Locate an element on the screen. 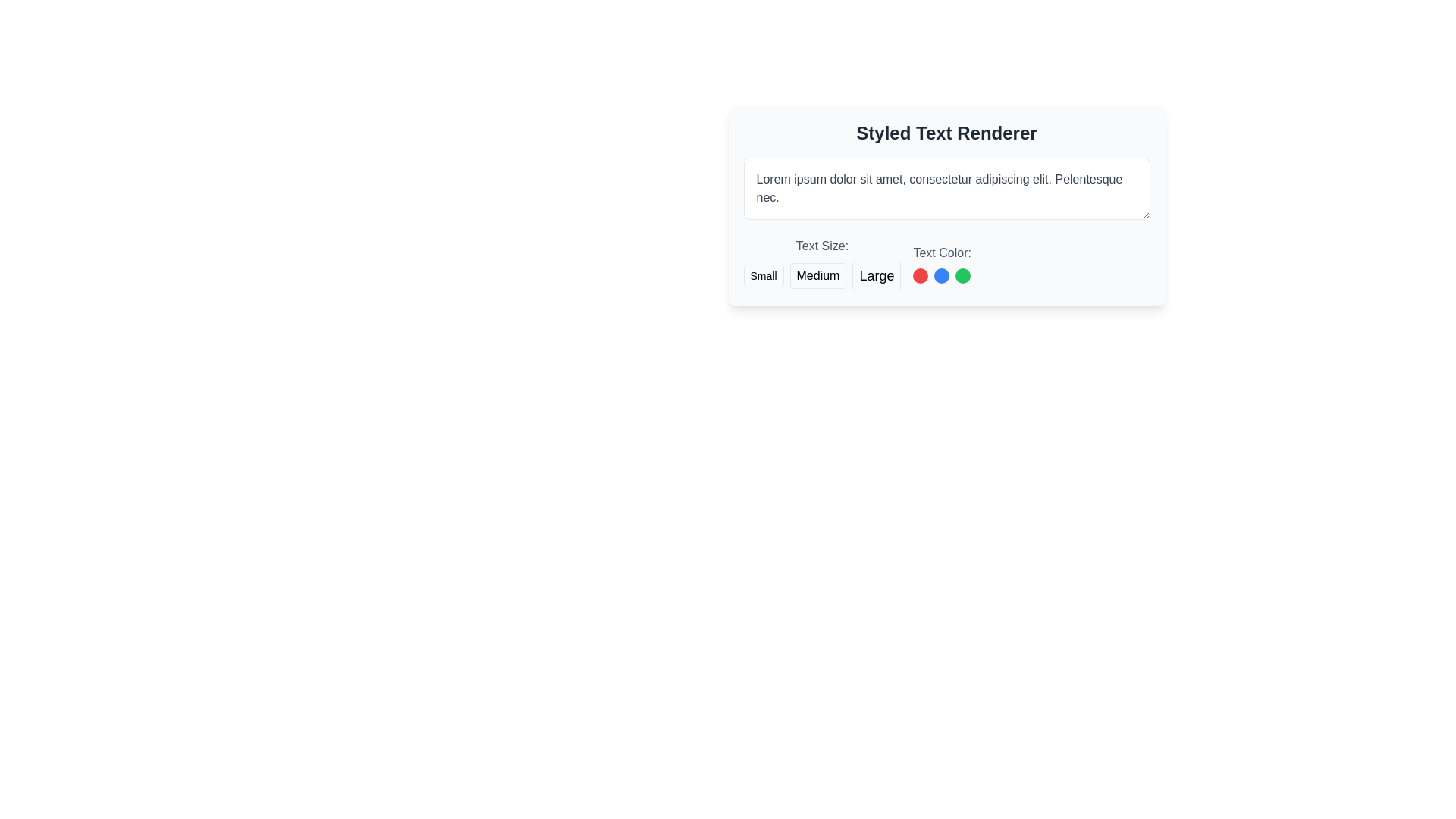  the 'Large' text size selection button, which is the third button in a horizontal row under the 'Text Size:' label, to observe any additional state changes is located at coordinates (877, 275).